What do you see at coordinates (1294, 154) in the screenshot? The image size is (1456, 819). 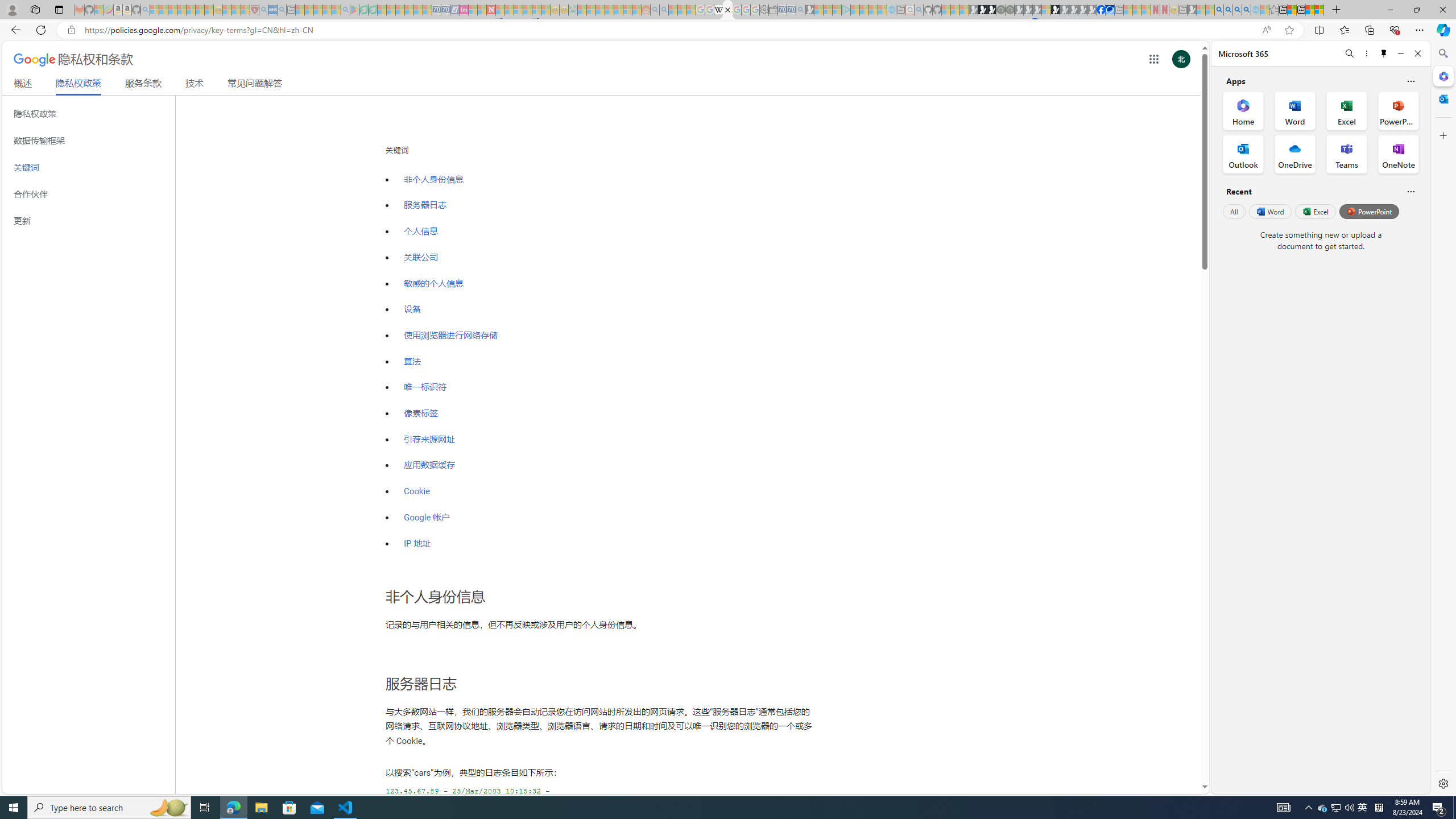 I see `'OneDrive Office App'` at bounding box center [1294, 154].